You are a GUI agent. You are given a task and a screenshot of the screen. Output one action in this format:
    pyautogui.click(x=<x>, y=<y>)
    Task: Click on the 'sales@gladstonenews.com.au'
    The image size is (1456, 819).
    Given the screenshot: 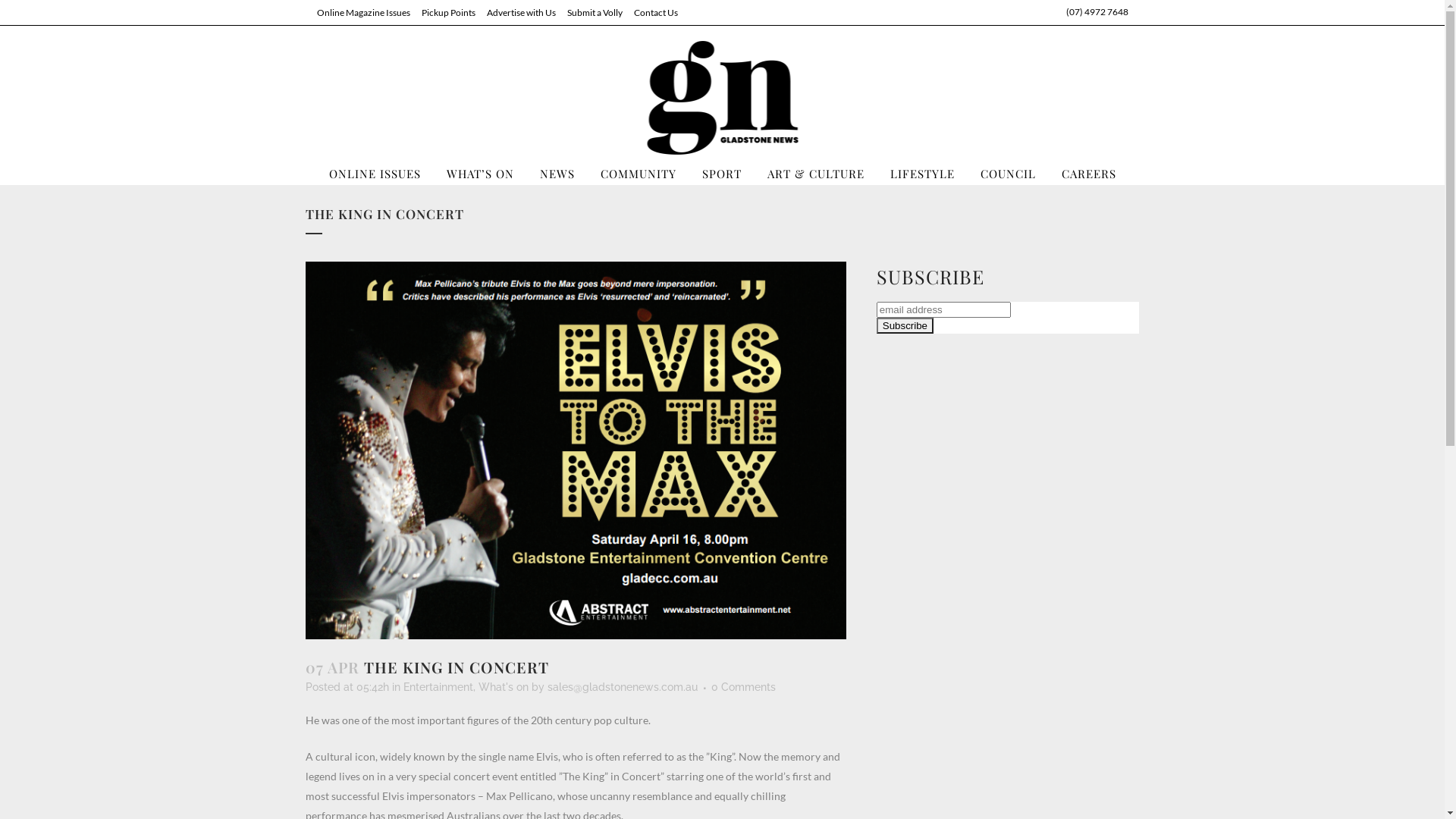 What is the action you would take?
    pyautogui.click(x=622, y=687)
    